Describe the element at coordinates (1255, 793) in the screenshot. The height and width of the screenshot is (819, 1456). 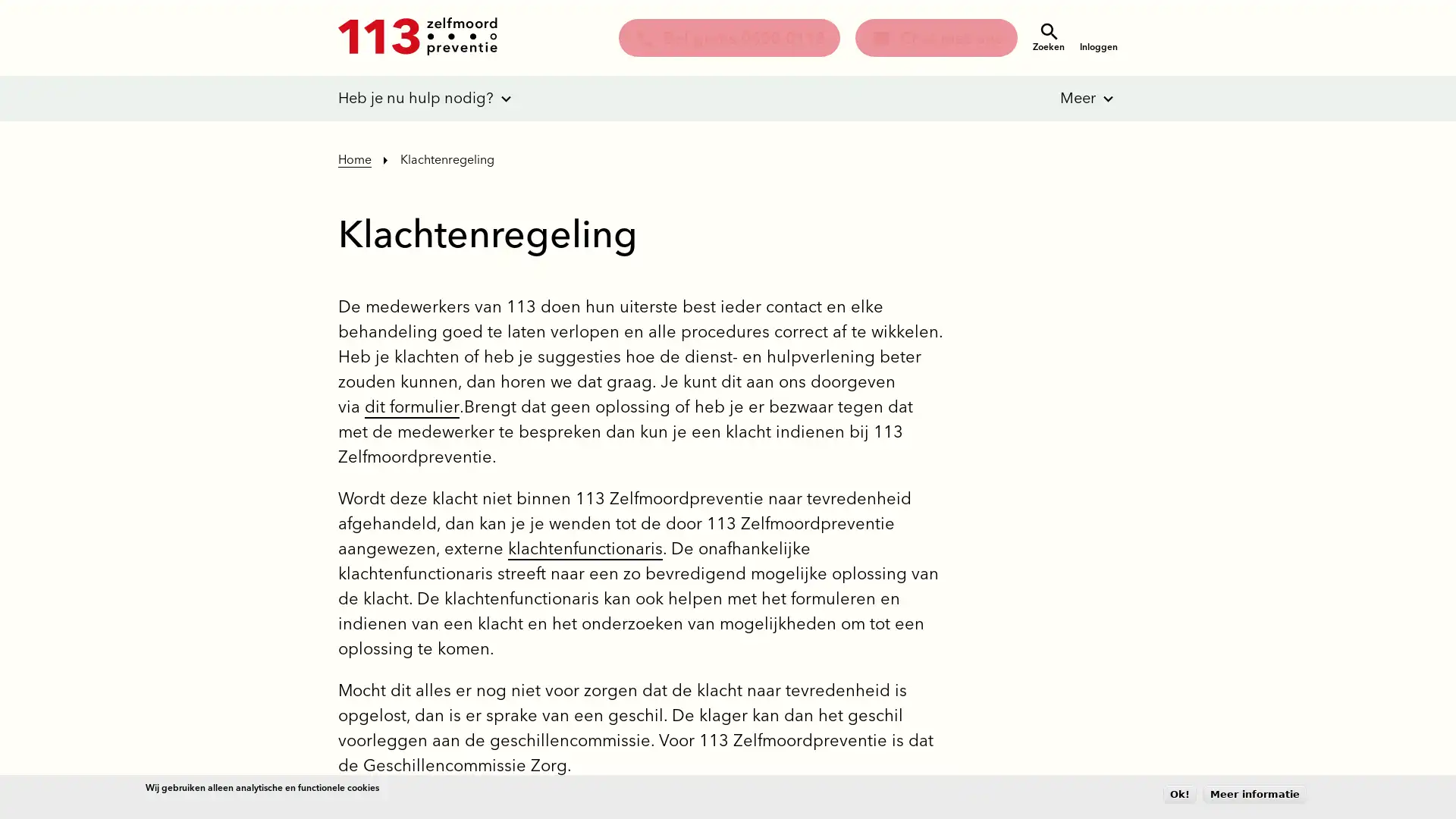
I see `Meer informatie` at that location.